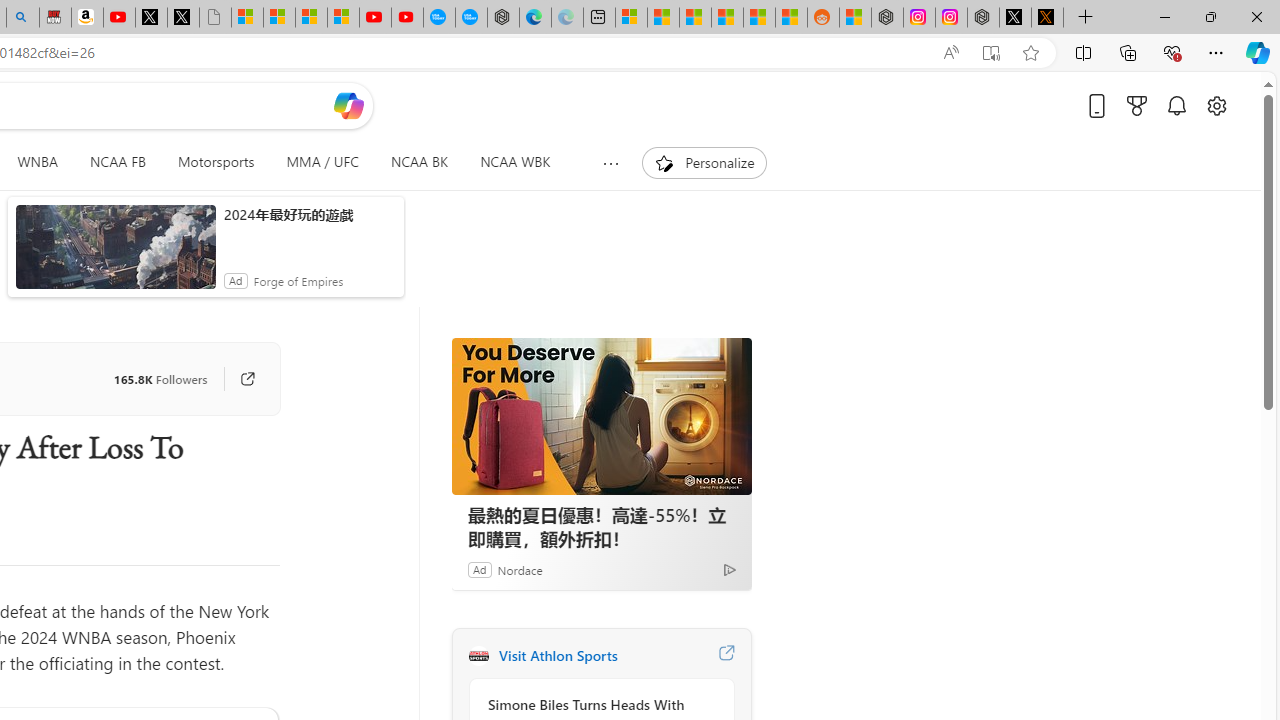 This screenshot has width=1280, height=720. What do you see at coordinates (37, 162) in the screenshot?
I see `'WNBA'` at bounding box center [37, 162].